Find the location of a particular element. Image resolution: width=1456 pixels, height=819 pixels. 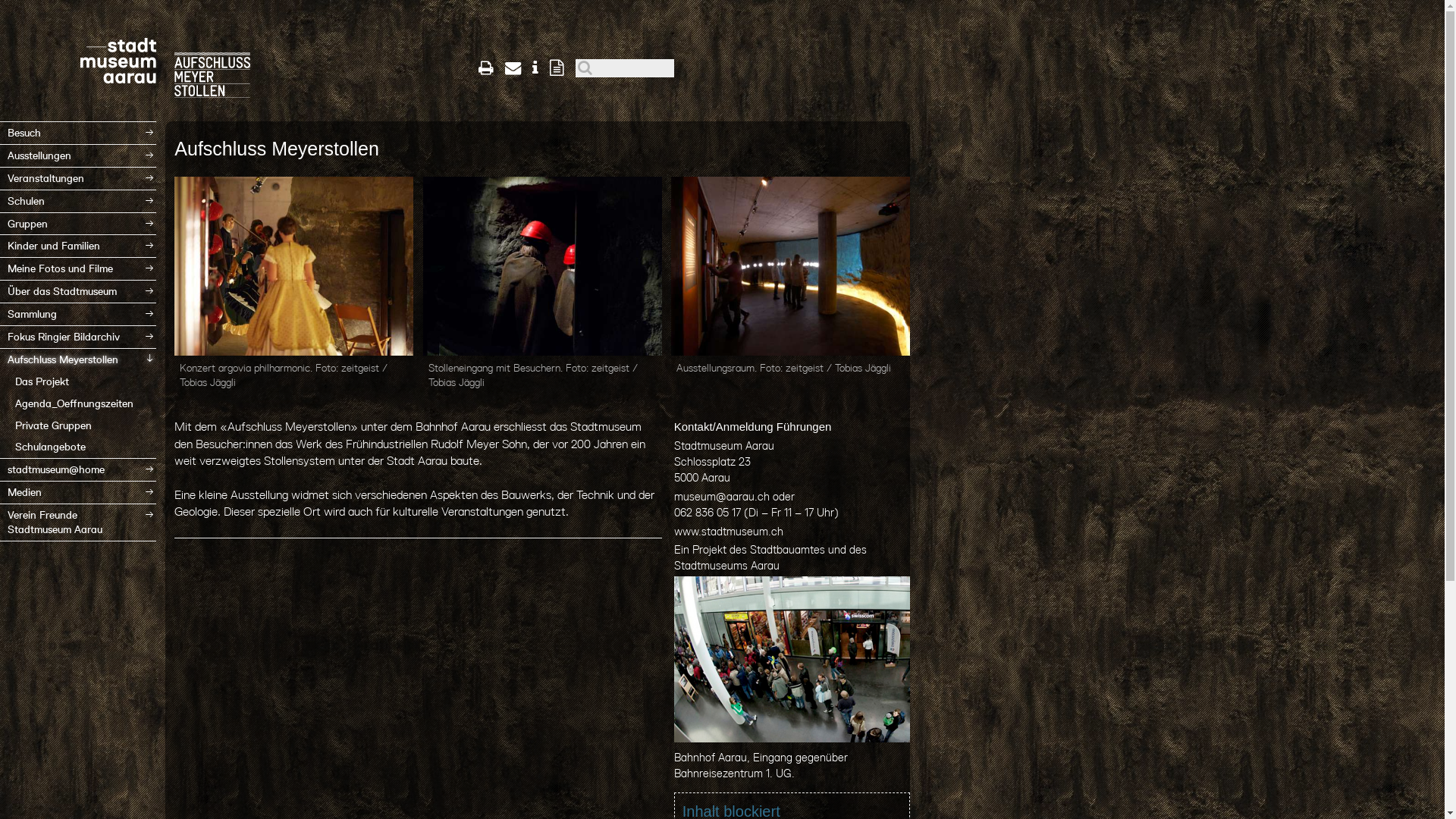

'Gruppen' is located at coordinates (77, 224).